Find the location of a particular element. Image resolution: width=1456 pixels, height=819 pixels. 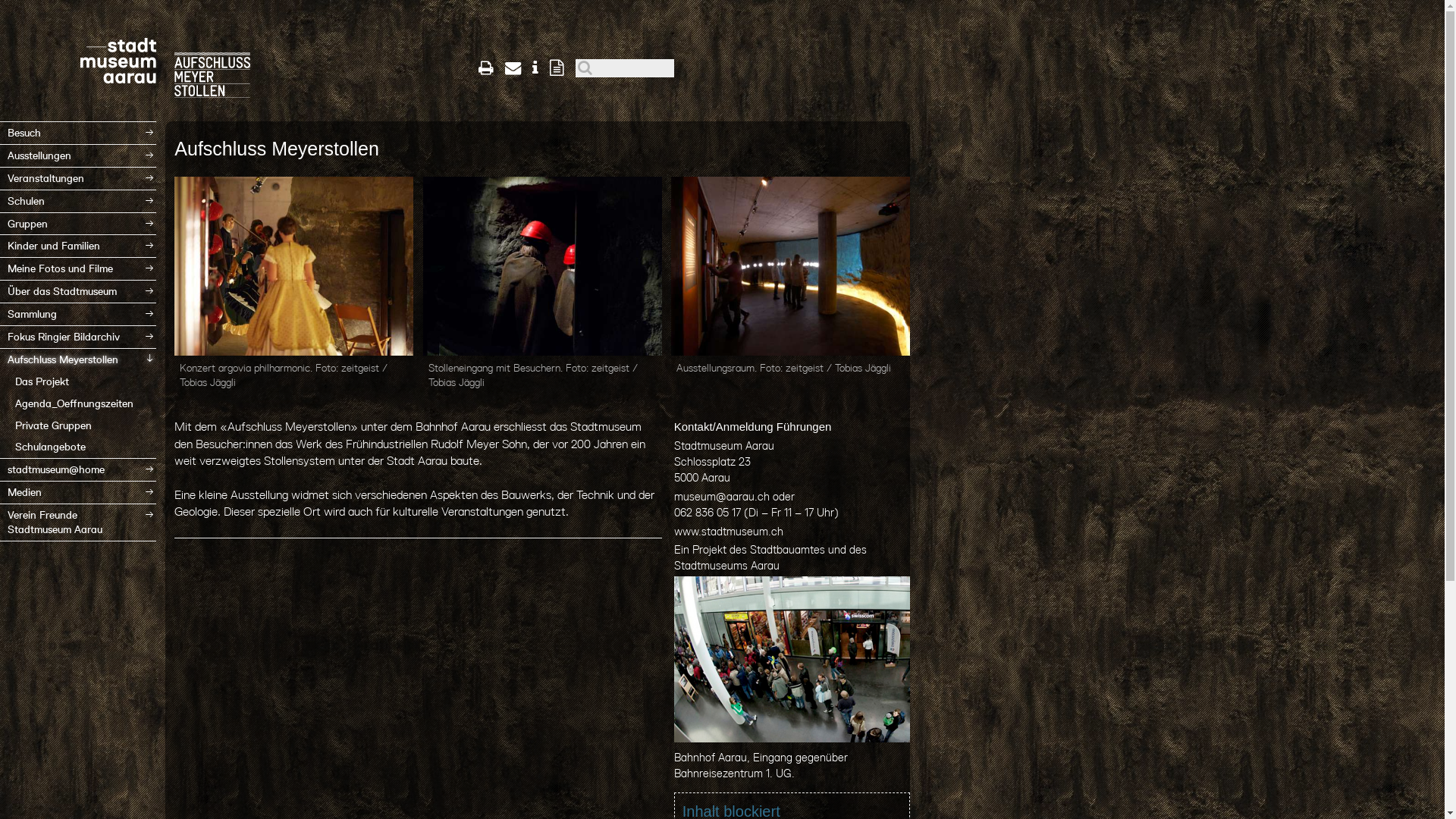

'Gruppen' is located at coordinates (77, 224).